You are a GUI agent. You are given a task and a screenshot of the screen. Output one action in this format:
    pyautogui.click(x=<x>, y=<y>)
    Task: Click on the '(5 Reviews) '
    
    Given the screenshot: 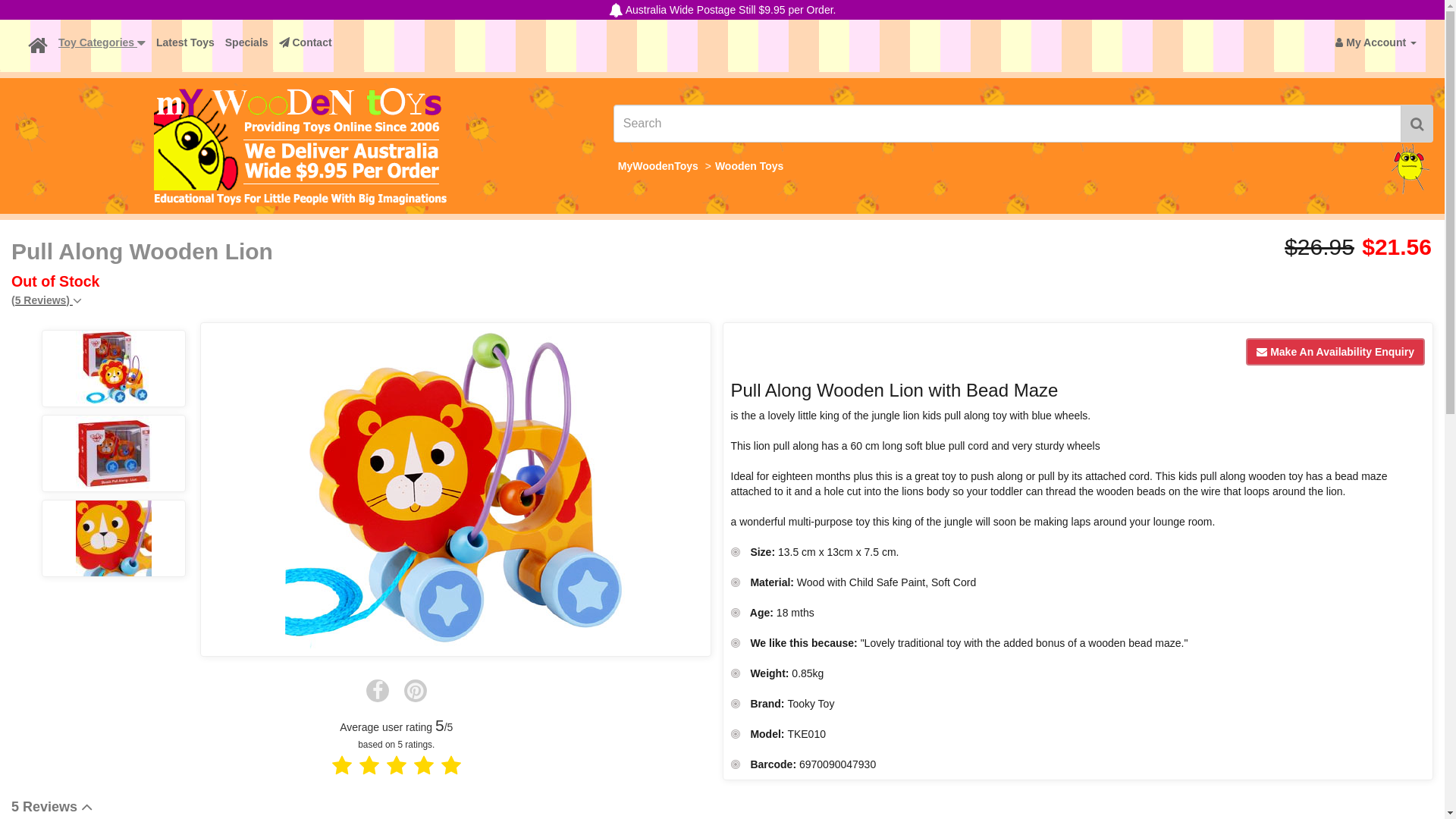 What is the action you would take?
    pyautogui.click(x=46, y=300)
    